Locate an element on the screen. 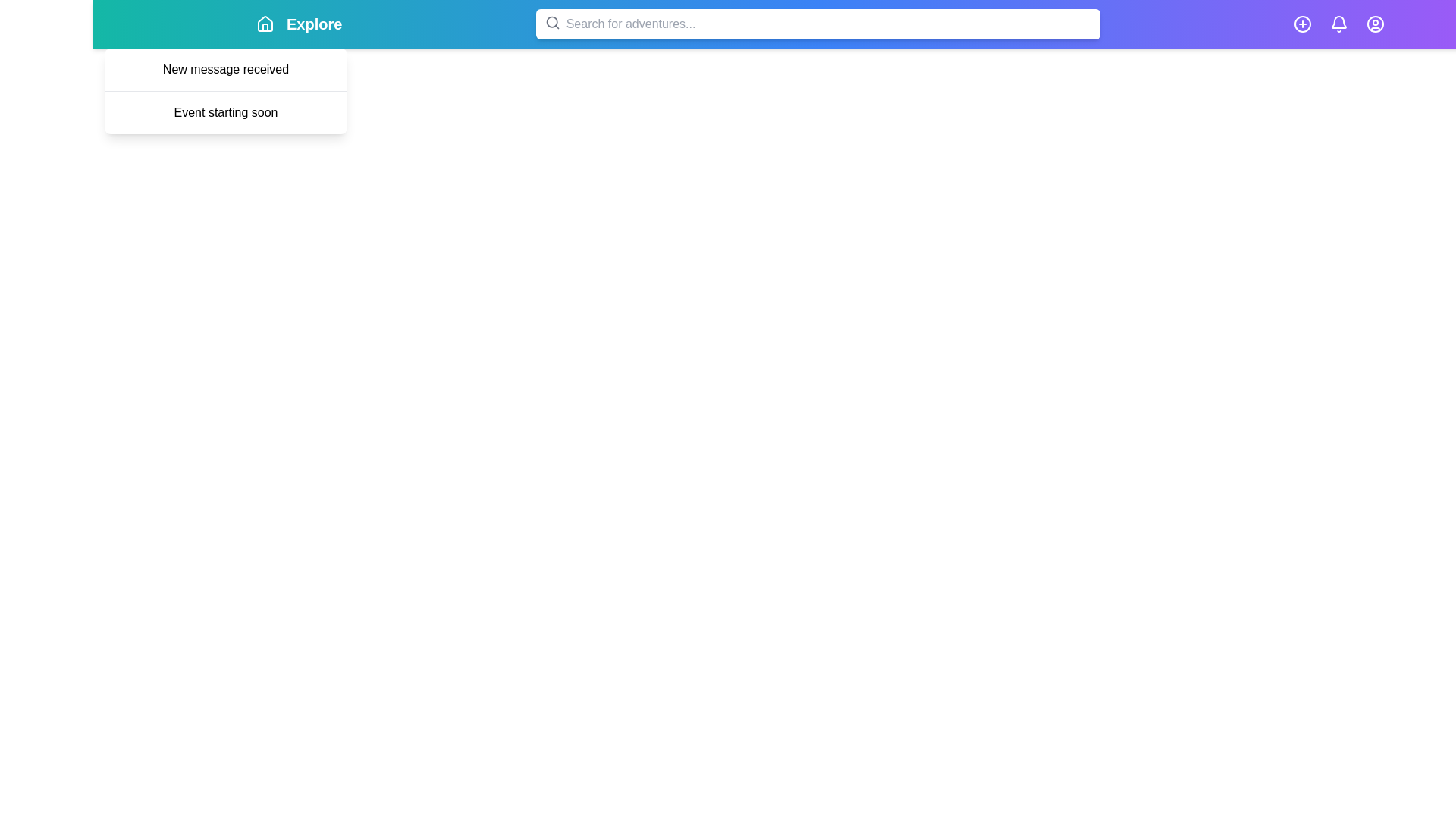  the plus icon to perform an add action is located at coordinates (1302, 24).